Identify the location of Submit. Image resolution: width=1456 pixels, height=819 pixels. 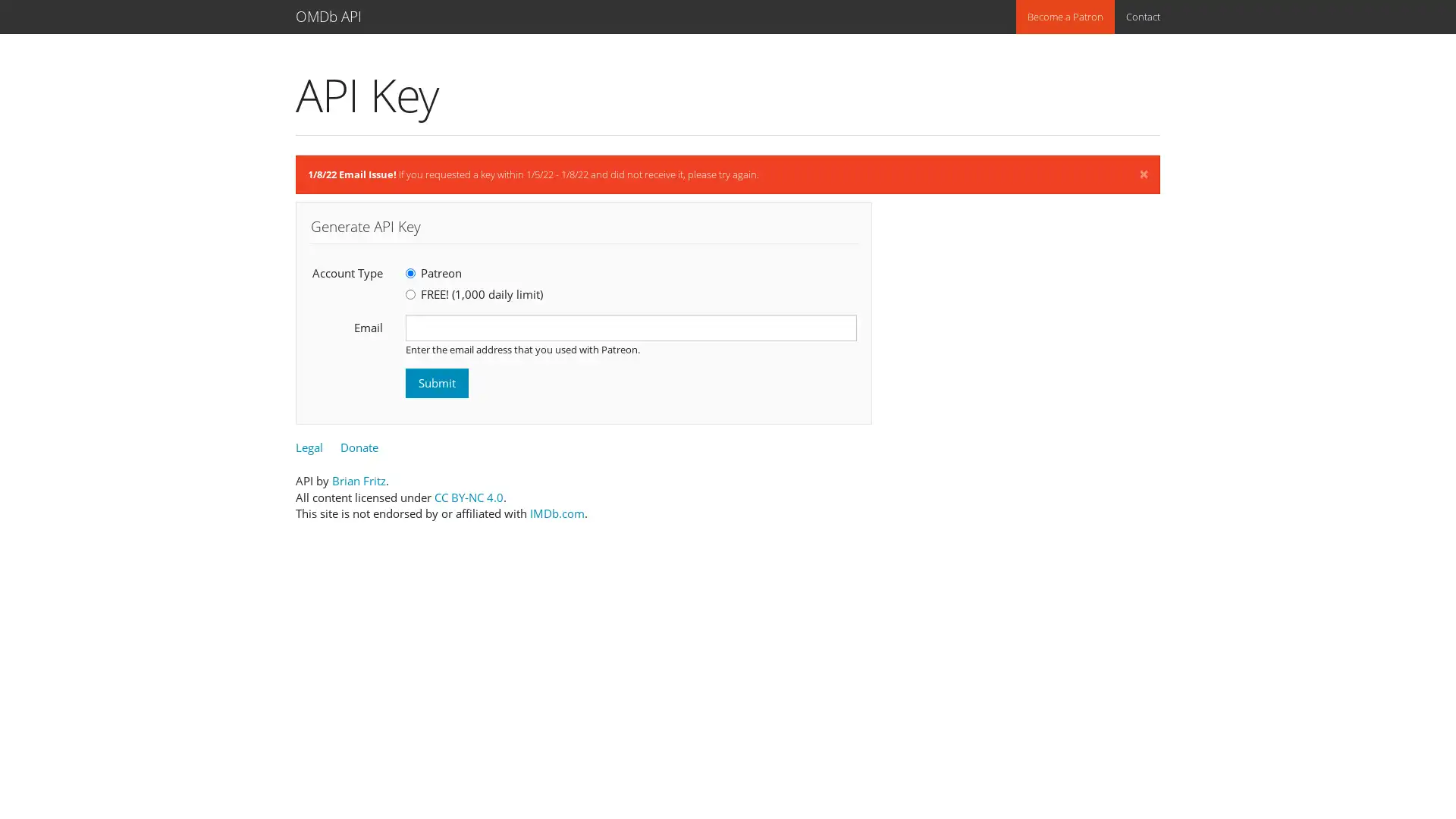
(436, 382).